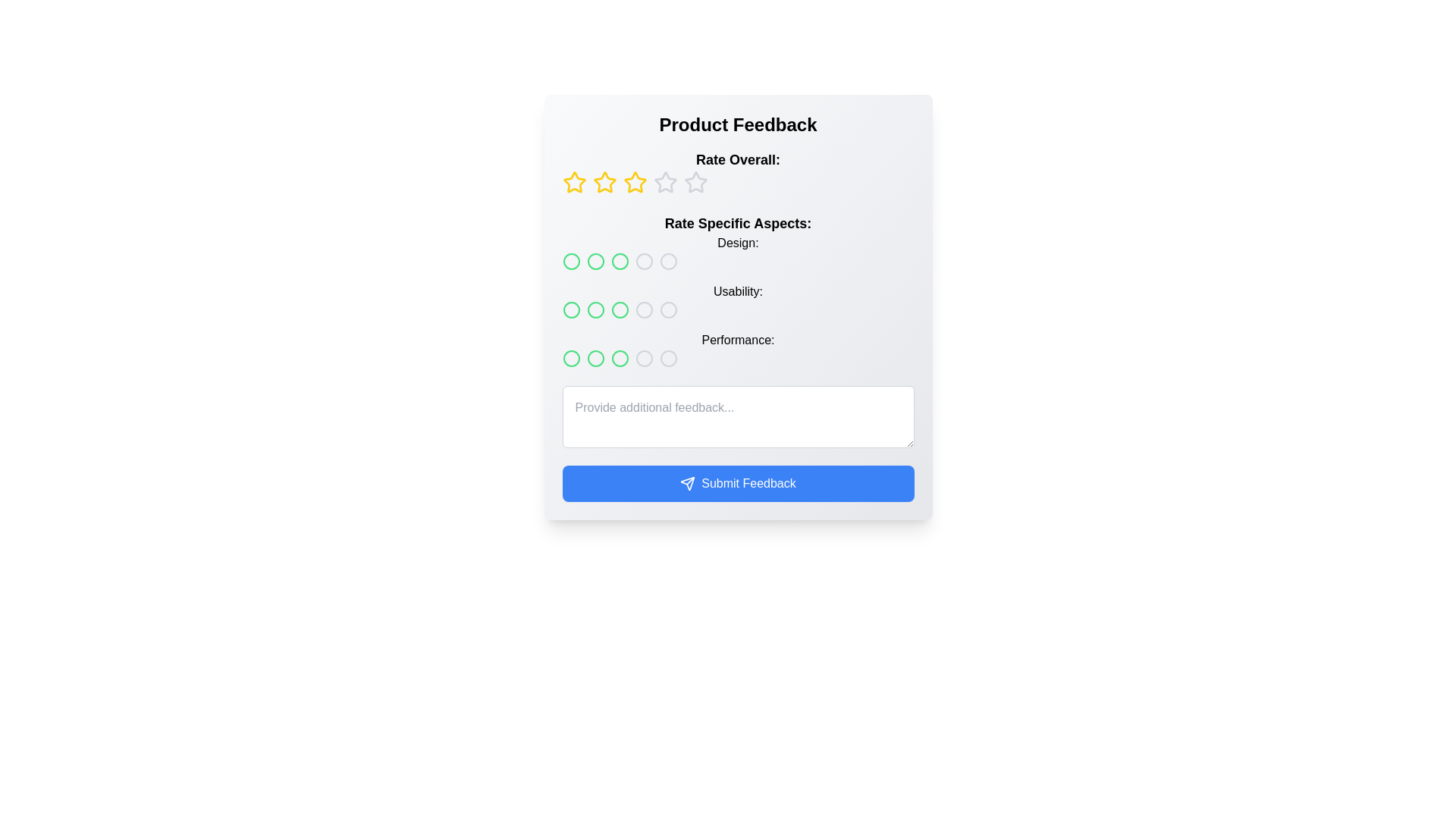  I want to click on the Header text that provides context for the feedback section, which is centrally located at the top of the layout, so click(738, 124).